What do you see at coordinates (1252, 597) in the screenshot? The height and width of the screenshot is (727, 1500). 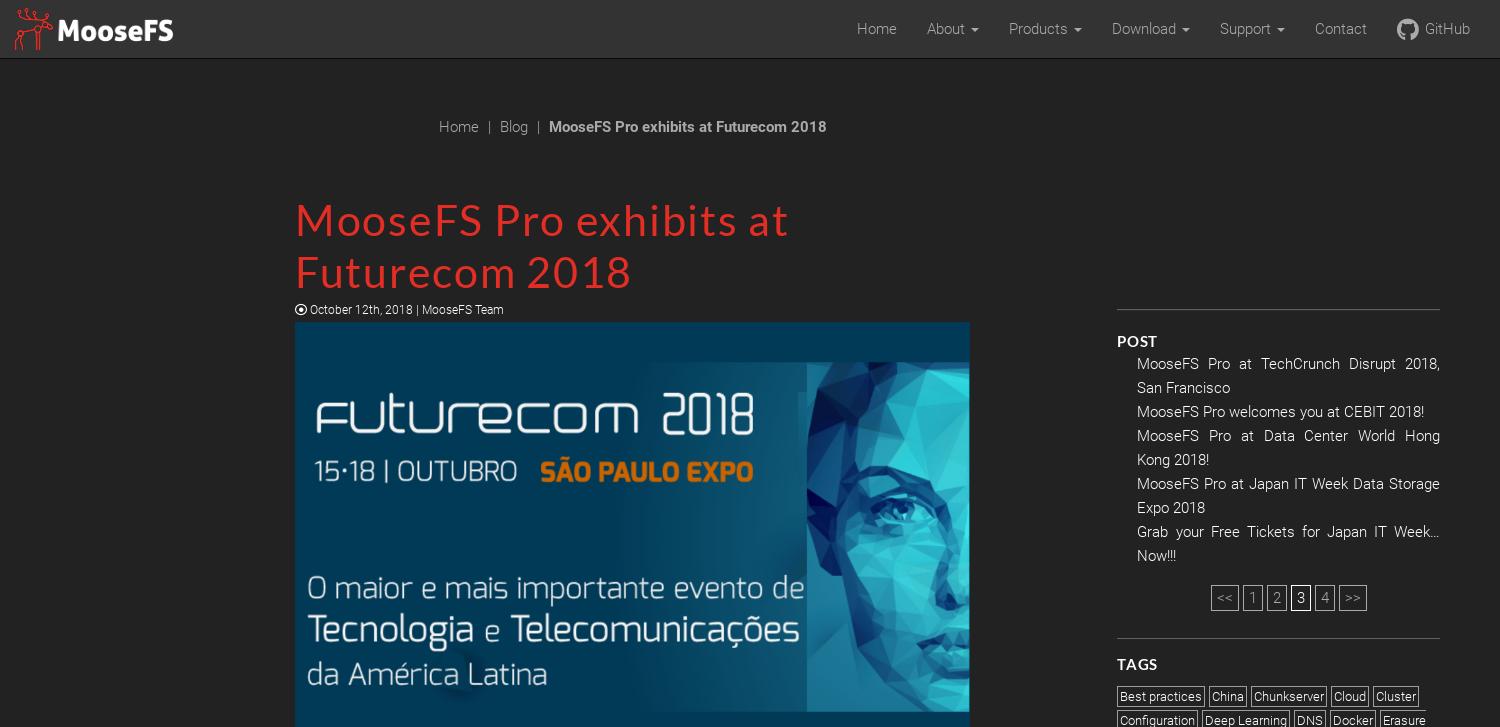 I see `'1'` at bounding box center [1252, 597].